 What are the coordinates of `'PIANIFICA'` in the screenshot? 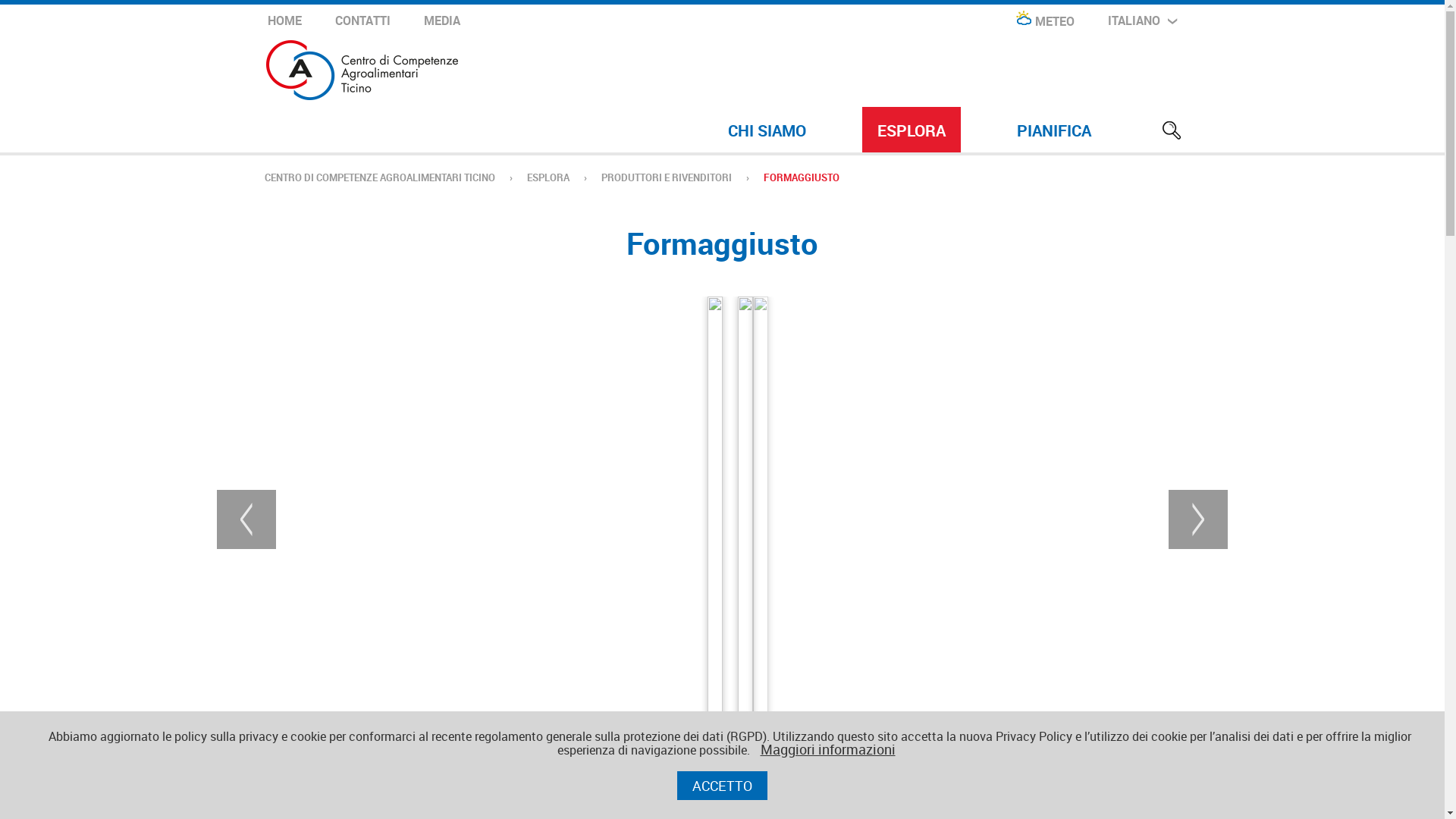 It's located at (1052, 130).